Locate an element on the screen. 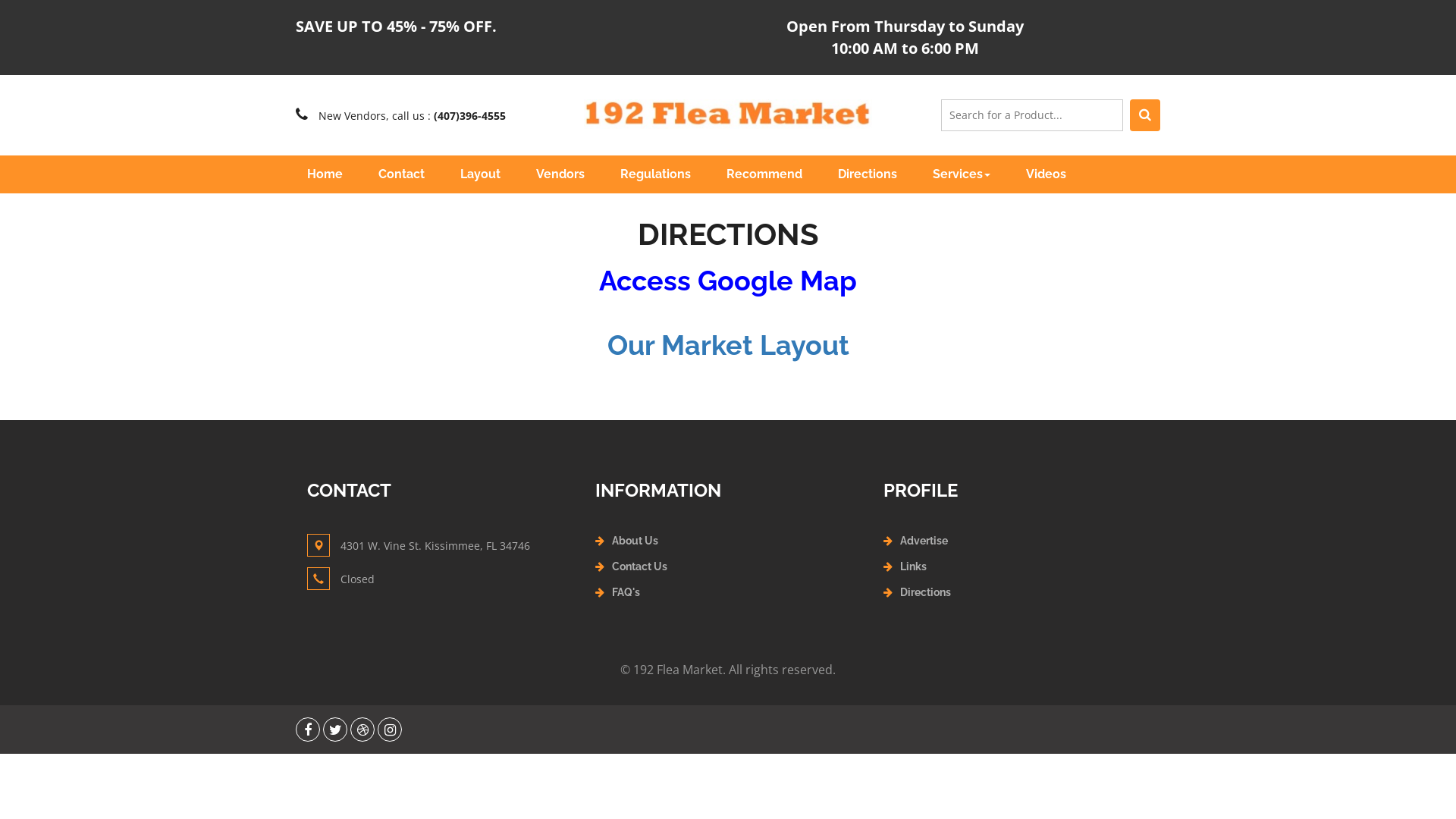  'About Us' is located at coordinates (635, 540).